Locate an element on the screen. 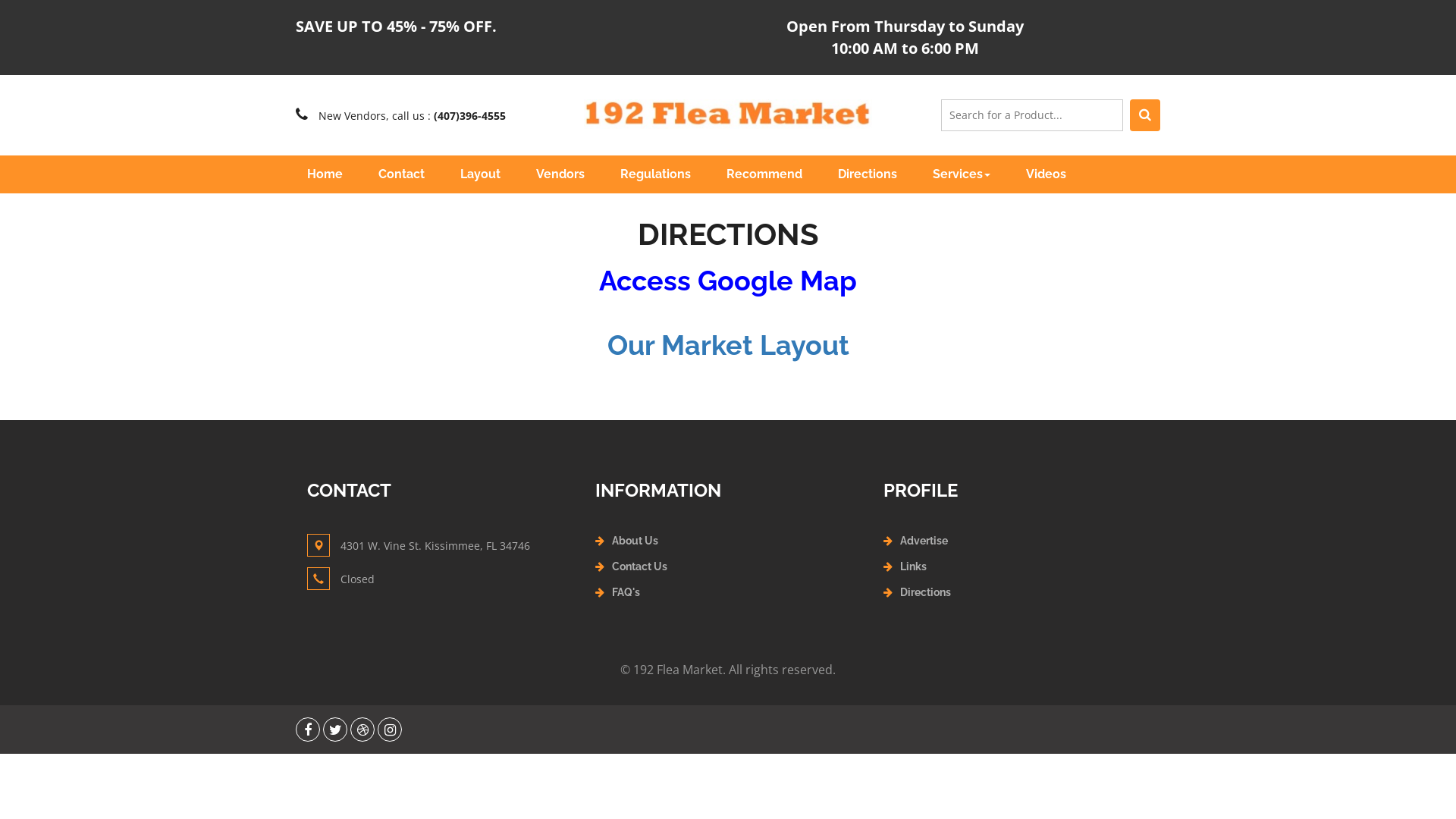  'About Us' is located at coordinates (635, 540).